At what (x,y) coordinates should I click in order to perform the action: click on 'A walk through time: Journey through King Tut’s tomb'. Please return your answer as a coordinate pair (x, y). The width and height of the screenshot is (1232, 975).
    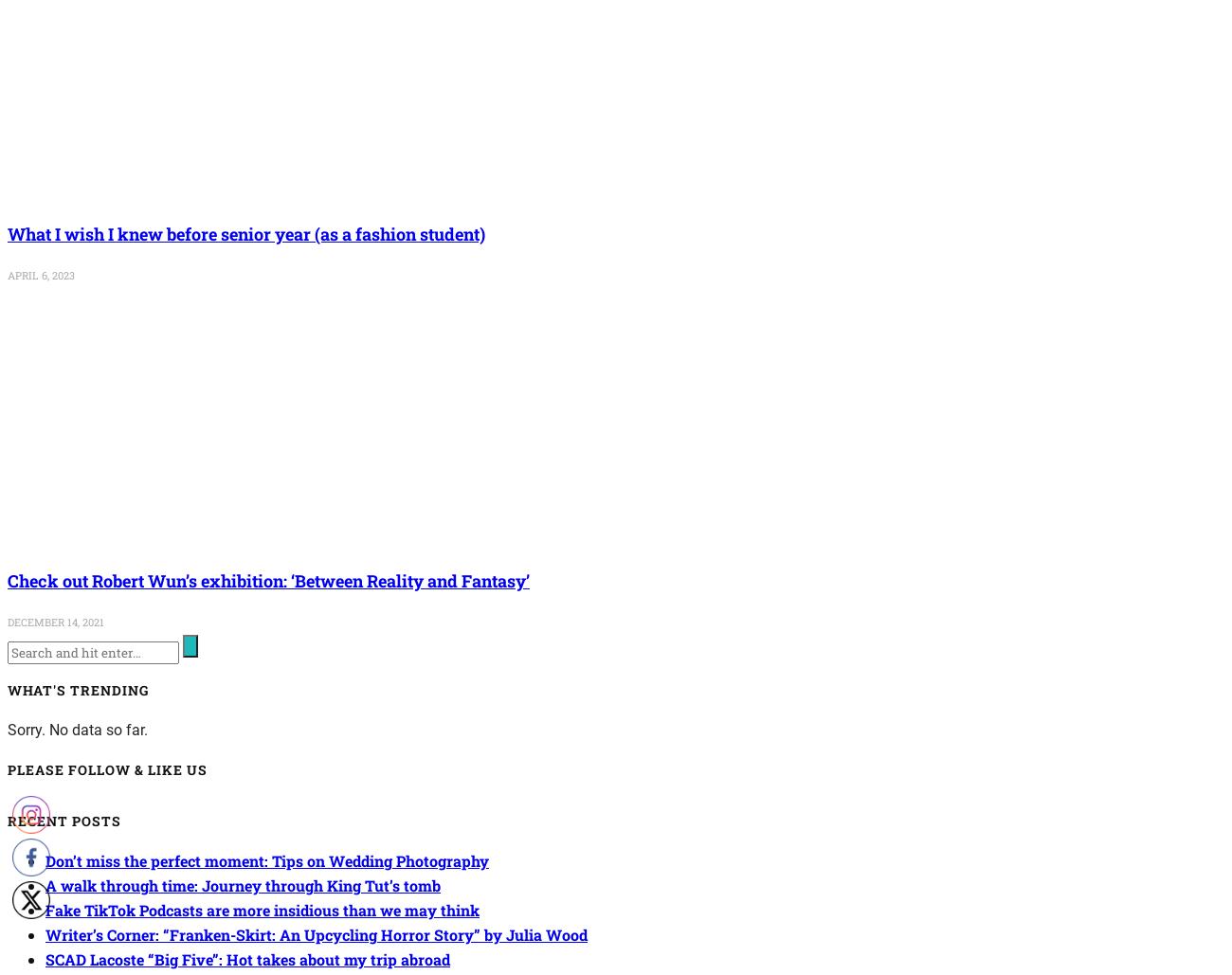
    Looking at the image, I should click on (242, 884).